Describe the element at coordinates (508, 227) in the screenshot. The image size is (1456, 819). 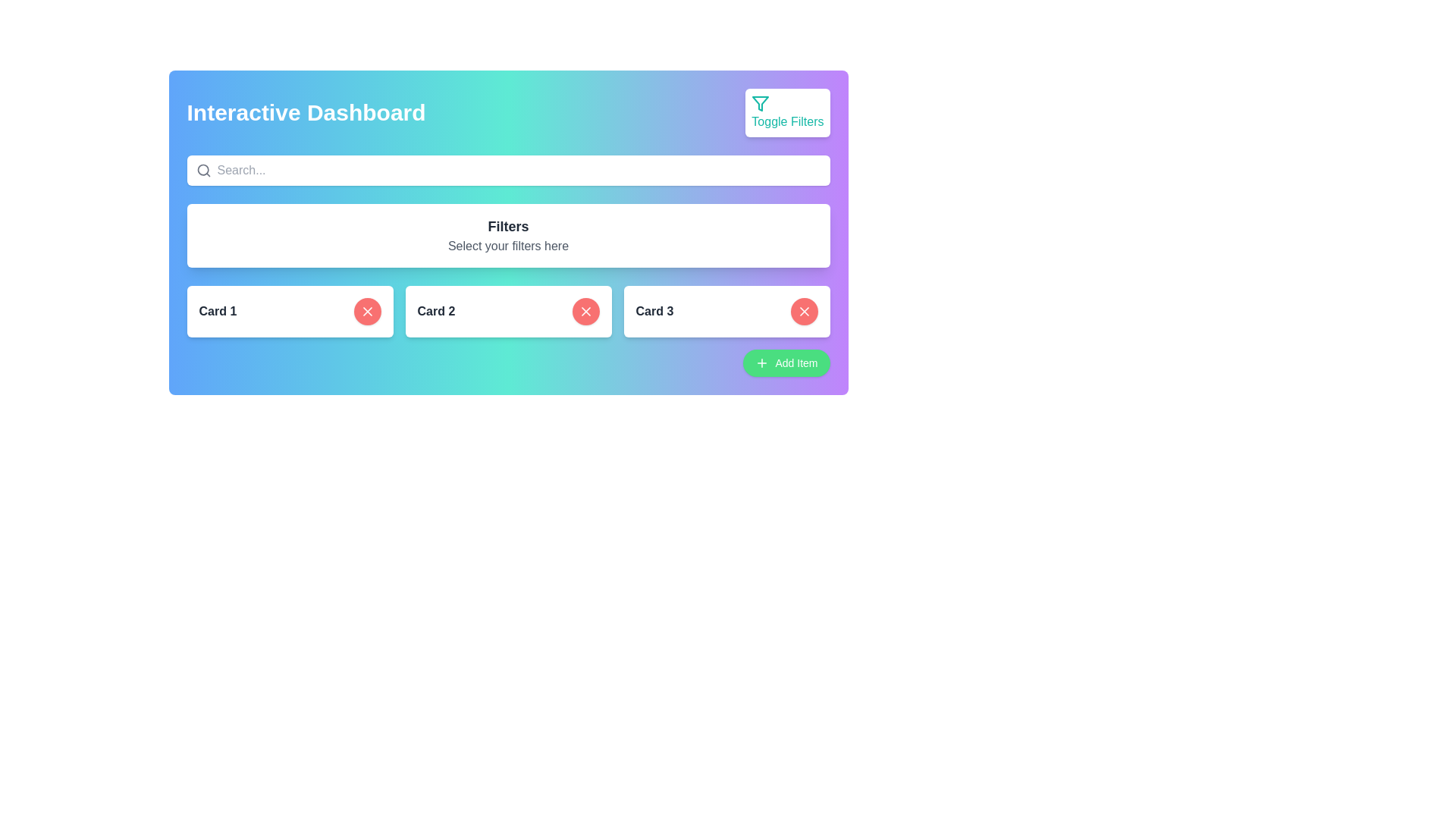
I see `the Text Label that indicates the filter section, positioned at the top-center of the white card component above the helper text 'Select your filters here.'` at that location.